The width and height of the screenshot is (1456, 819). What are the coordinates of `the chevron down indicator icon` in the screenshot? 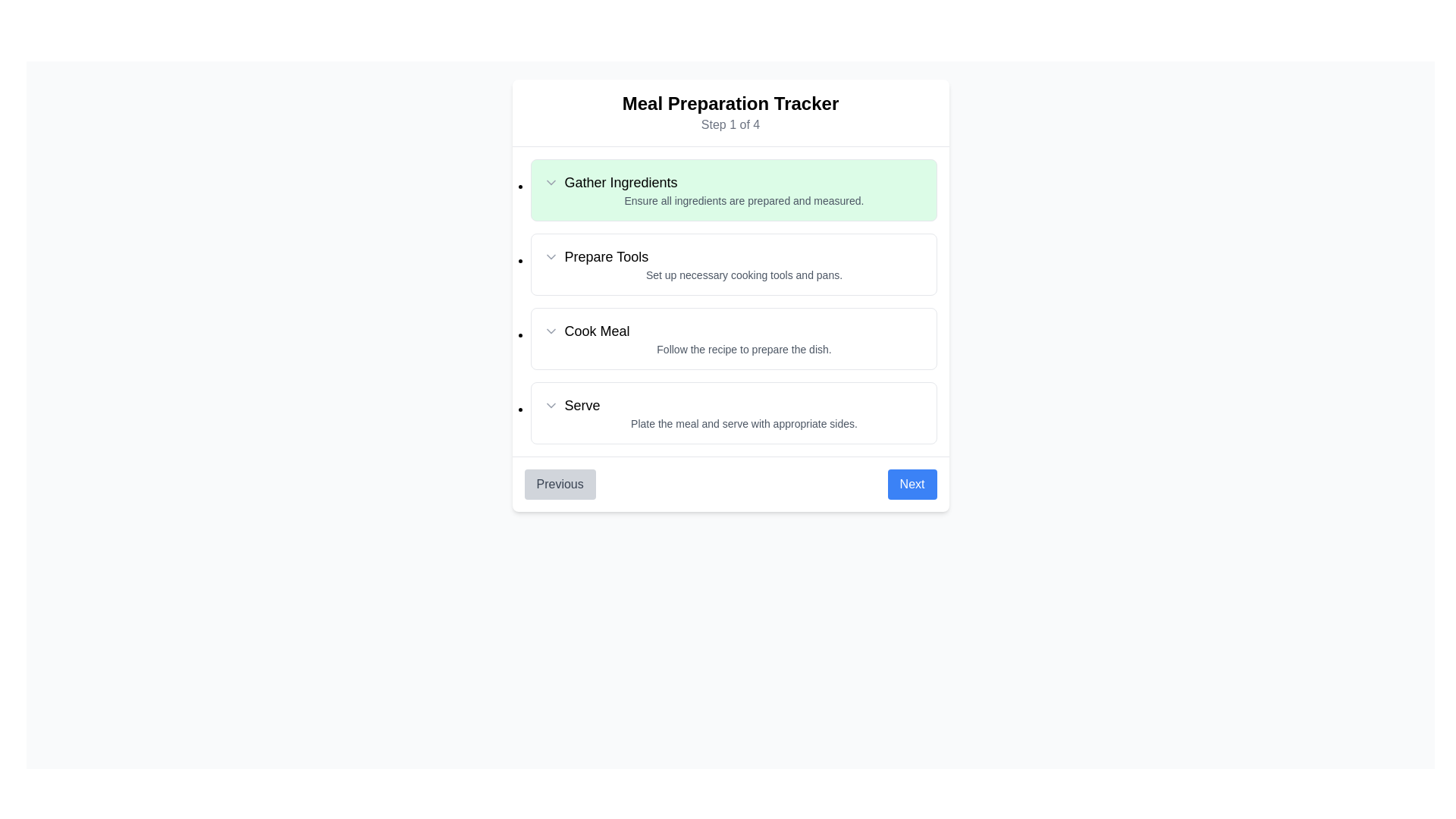 It's located at (550, 181).